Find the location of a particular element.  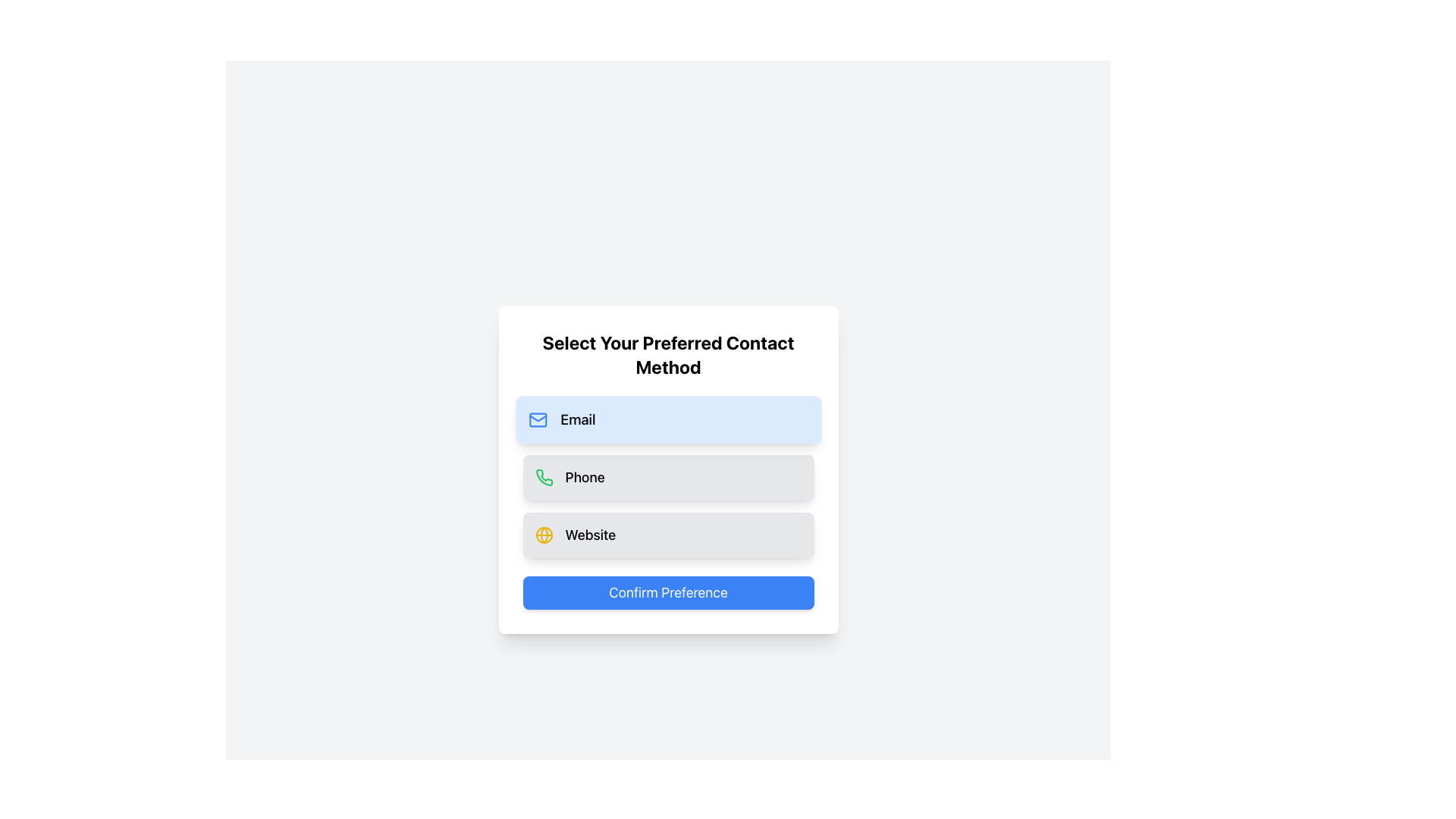

the 'Email' text label which indicates the email communication option in the contact methods list is located at coordinates (576, 420).